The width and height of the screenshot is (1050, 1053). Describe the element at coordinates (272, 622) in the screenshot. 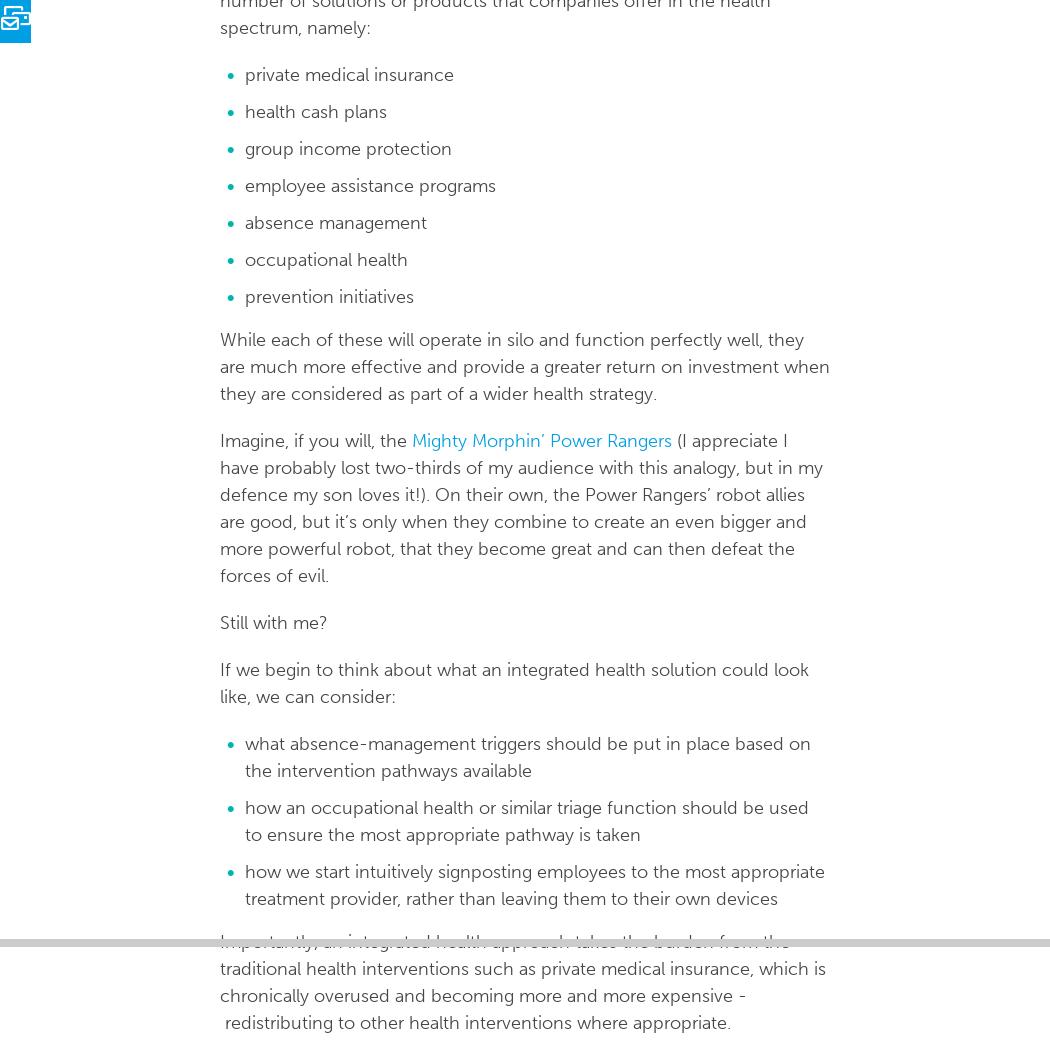

I see `'Still with me?'` at that location.